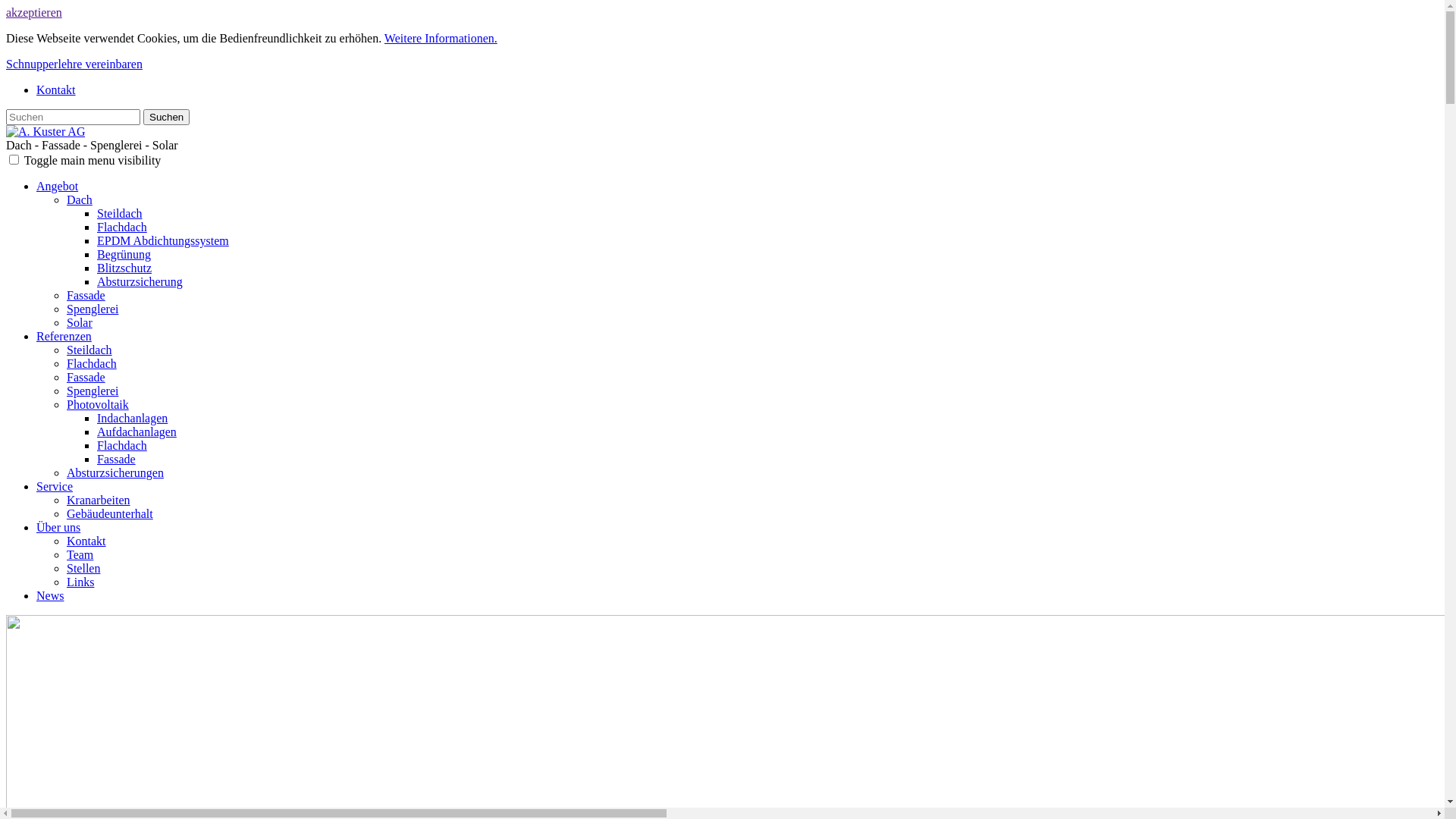 This screenshot has height=819, width=1456. I want to click on 'Stellen', so click(83, 568).